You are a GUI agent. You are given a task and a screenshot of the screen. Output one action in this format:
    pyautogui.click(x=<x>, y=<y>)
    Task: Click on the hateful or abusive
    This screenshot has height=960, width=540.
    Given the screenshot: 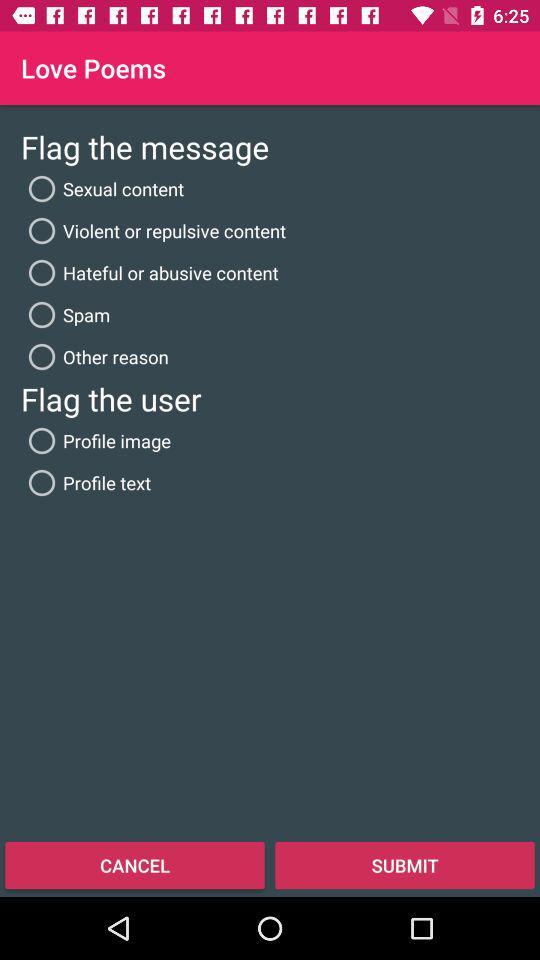 What is the action you would take?
    pyautogui.click(x=148, y=272)
    